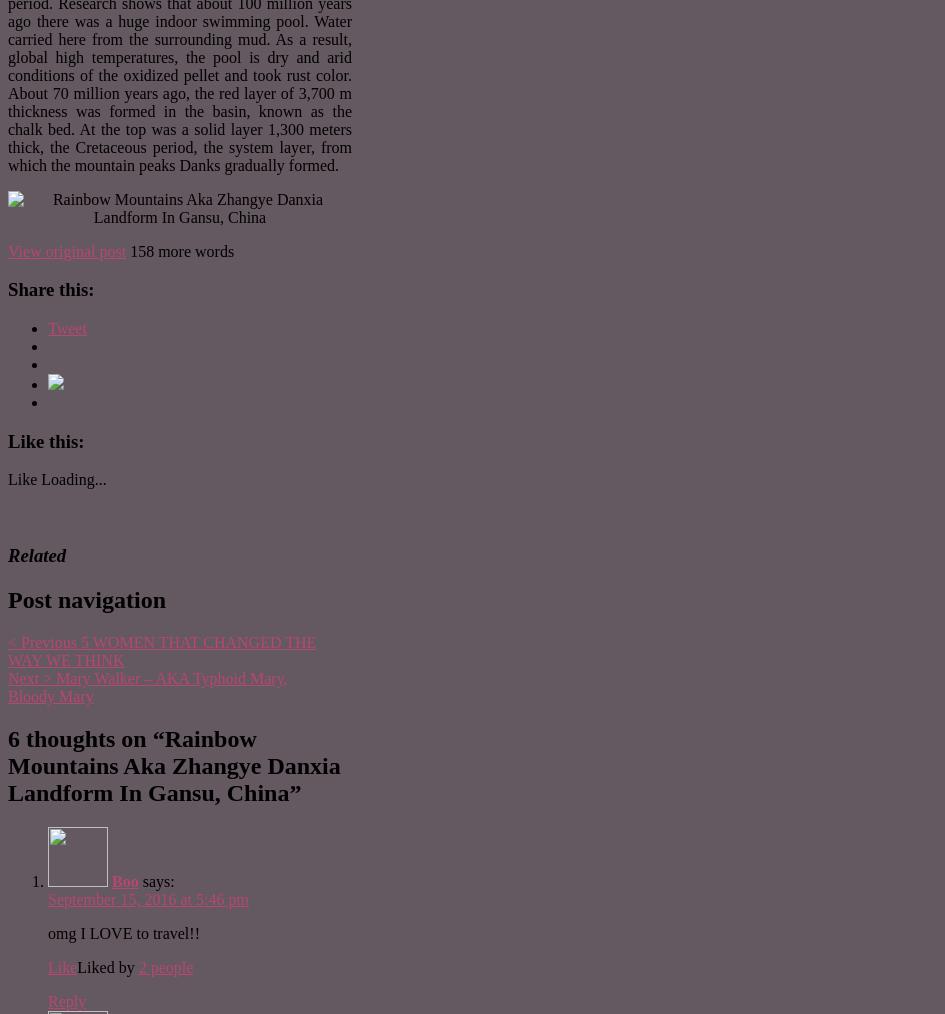 The width and height of the screenshot is (945, 1014). I want to click on '158 more words', so click(129, 249).